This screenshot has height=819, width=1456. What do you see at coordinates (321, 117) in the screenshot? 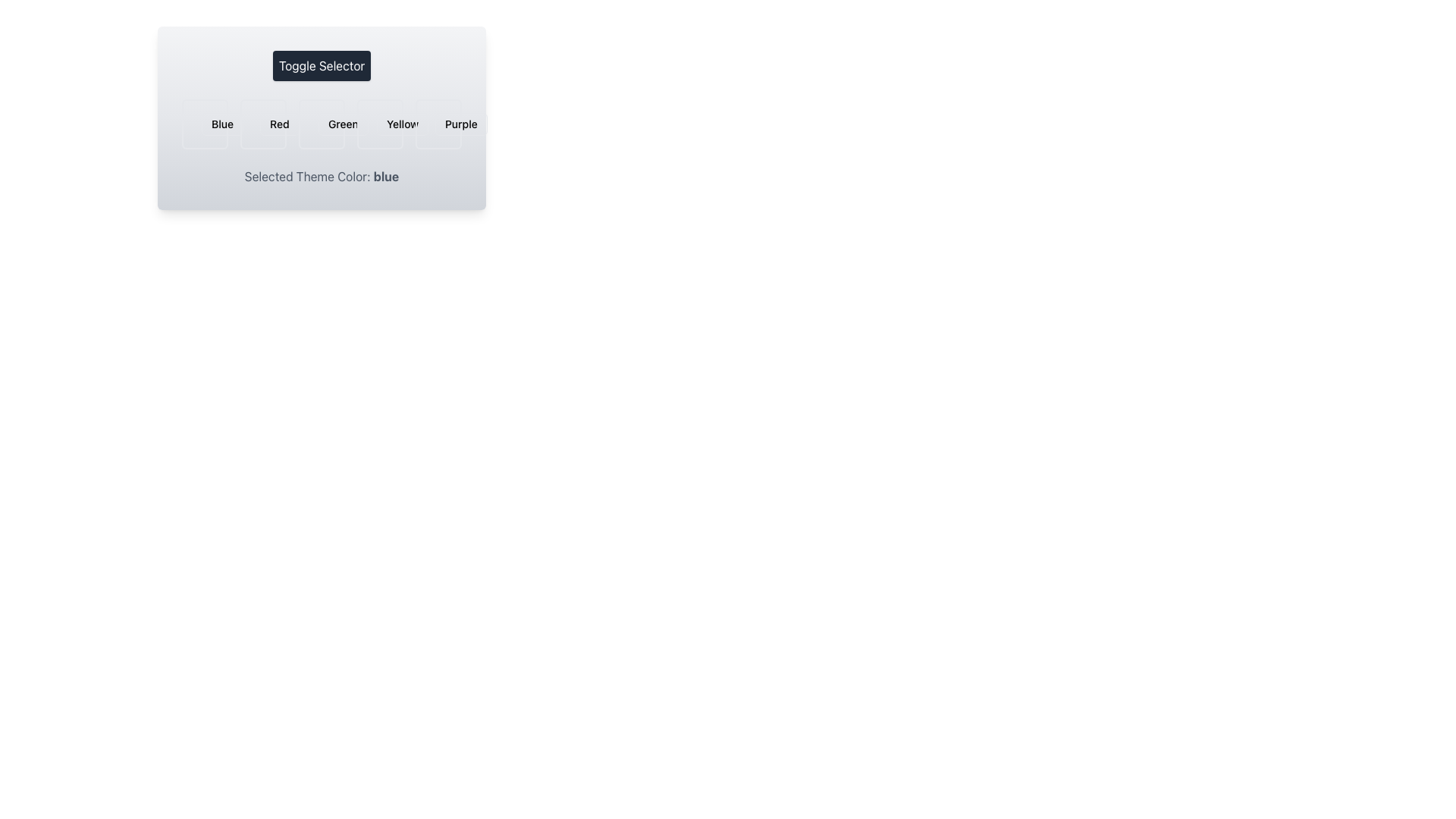
I see `one of the color options in the Toggle selector widget` at bounding box center [321, 117].